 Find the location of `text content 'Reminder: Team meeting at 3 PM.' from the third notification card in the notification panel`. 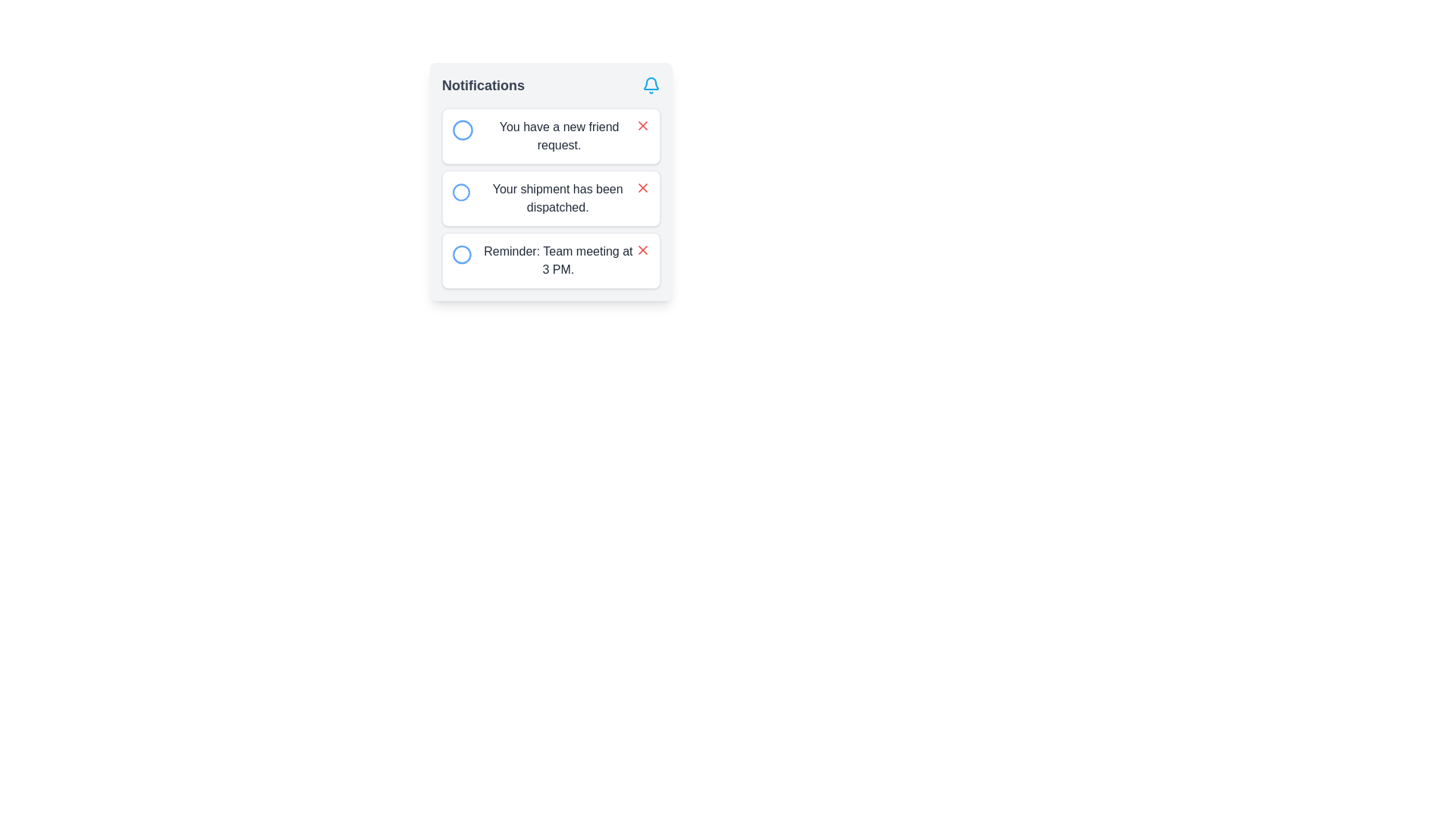

text content 'Reminder: Team meeting at 3 PM.' from the third notification card in the notification panel is located at coordinates (557, 259).